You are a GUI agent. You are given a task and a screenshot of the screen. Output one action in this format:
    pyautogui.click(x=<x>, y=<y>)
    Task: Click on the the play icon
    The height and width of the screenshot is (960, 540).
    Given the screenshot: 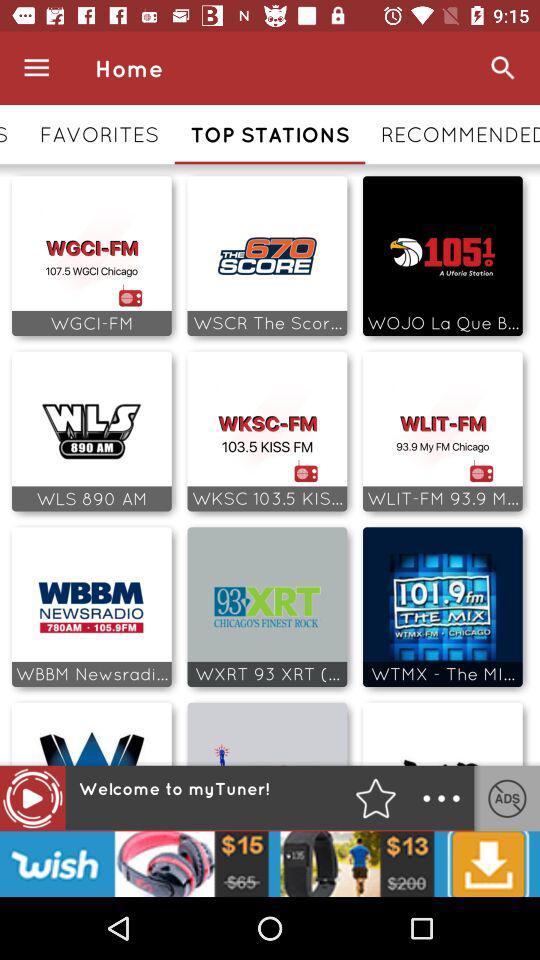 What is the action you would take?
    pyautogui.click(x=31, y=798)
    